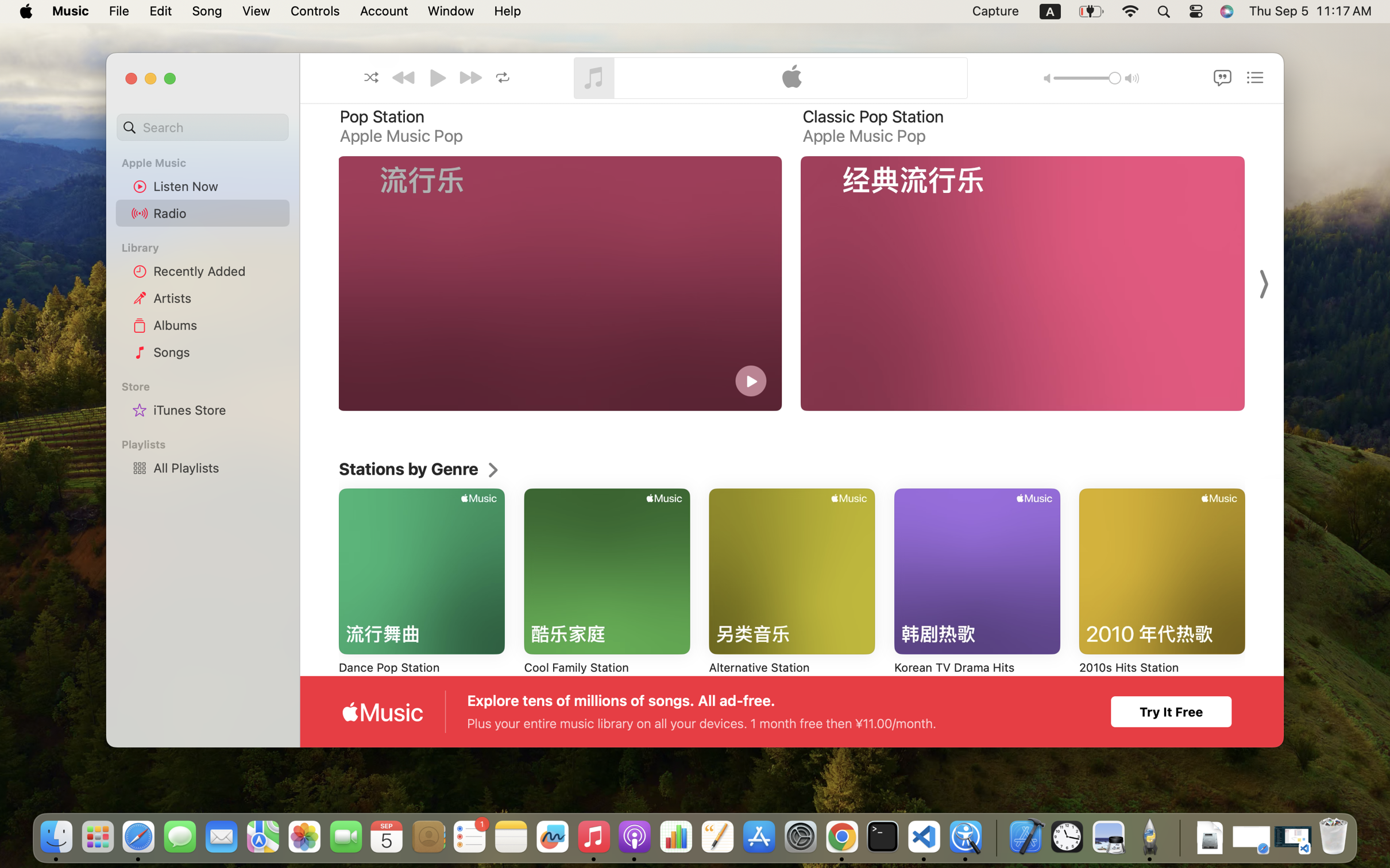 The height and width of the screenshot is (868, 1390). Describe the element at coordinates (218, 297) in the screenshot. I see `'Artists'` at that location.